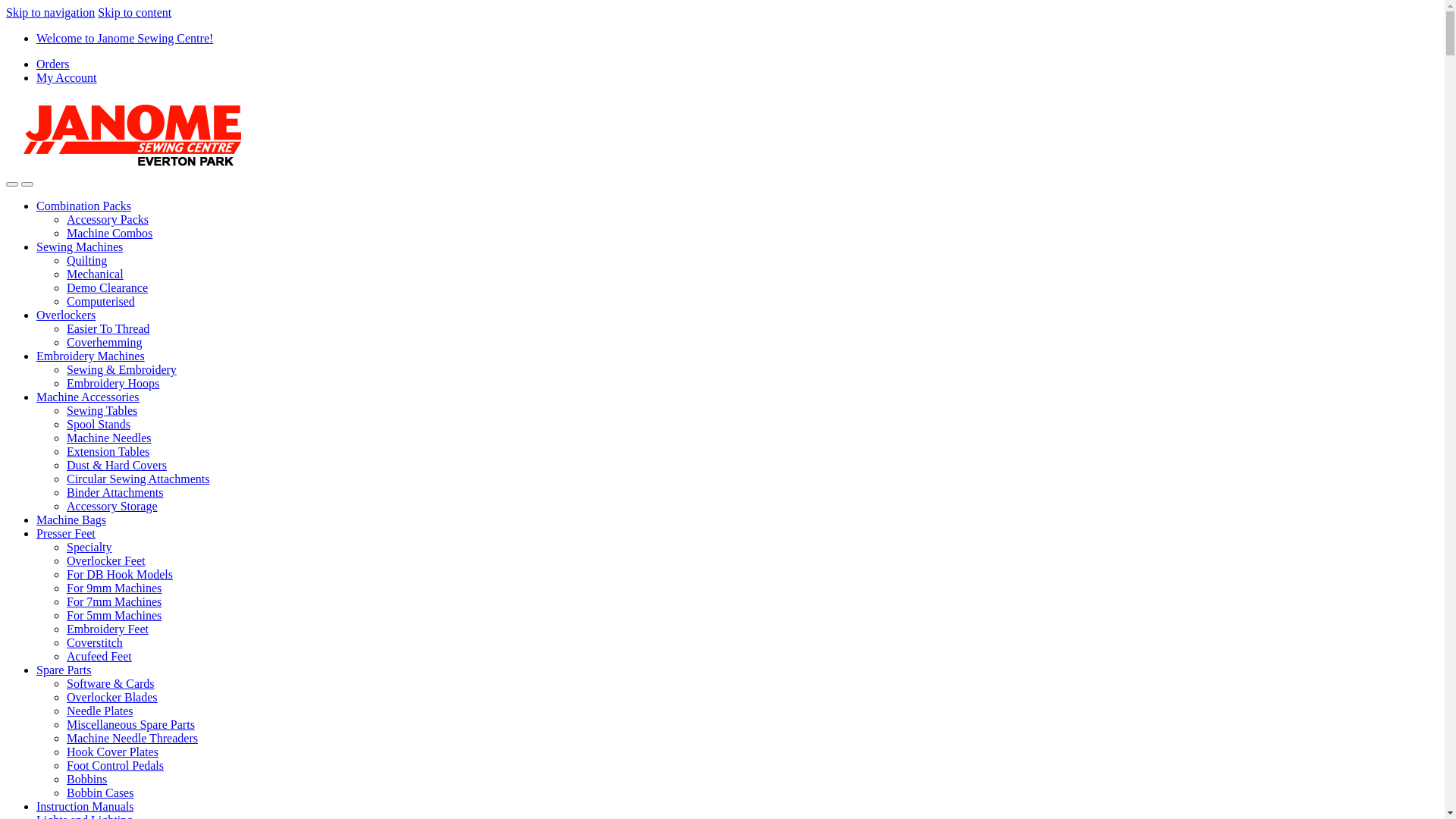 This screenshot has height=819, width=1456. I want to click on 'Bobbin Cases', so click(65, 792).